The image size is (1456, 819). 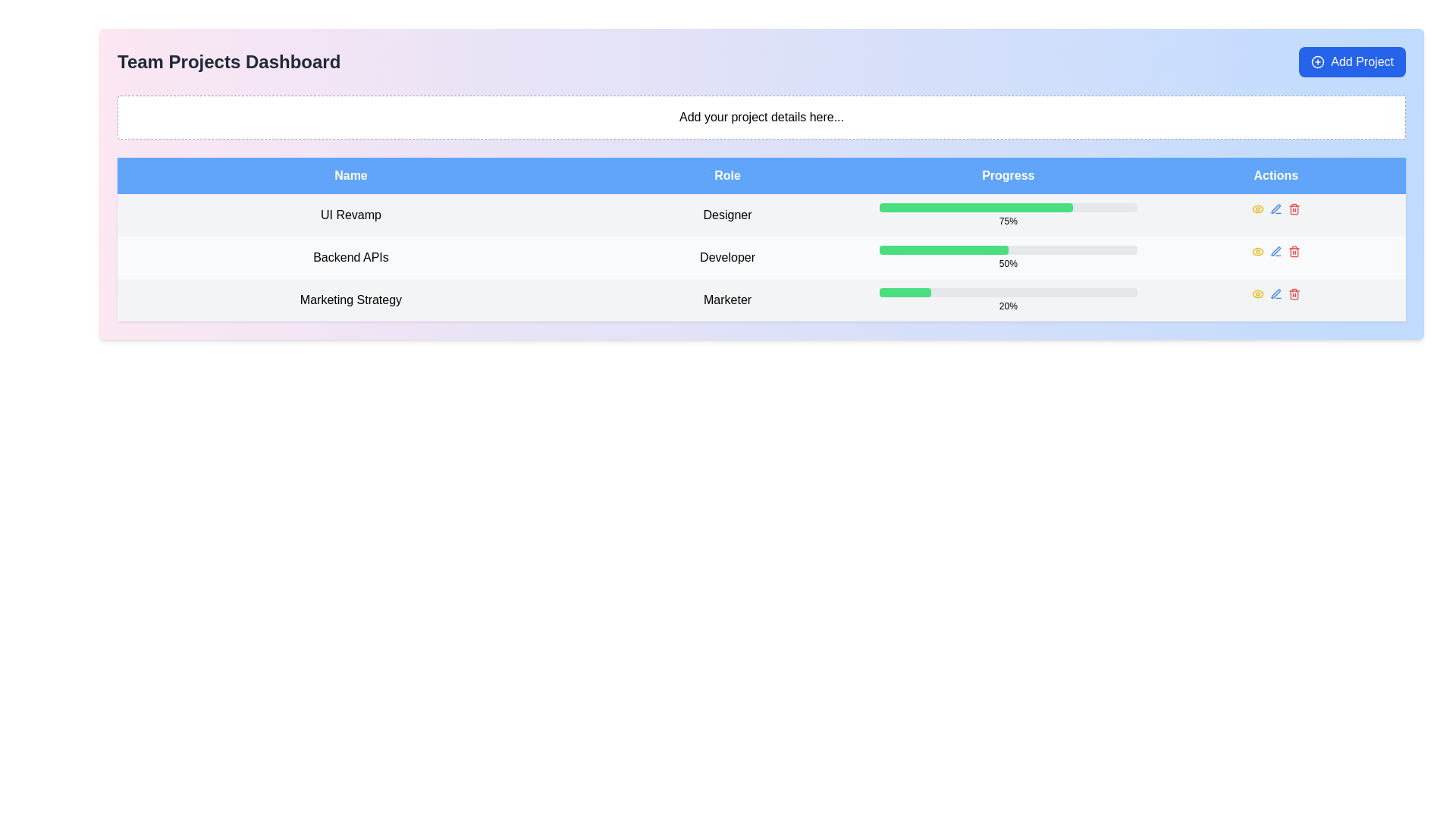 I want to click on the edit icon button located, so click(x=1275, y=209).